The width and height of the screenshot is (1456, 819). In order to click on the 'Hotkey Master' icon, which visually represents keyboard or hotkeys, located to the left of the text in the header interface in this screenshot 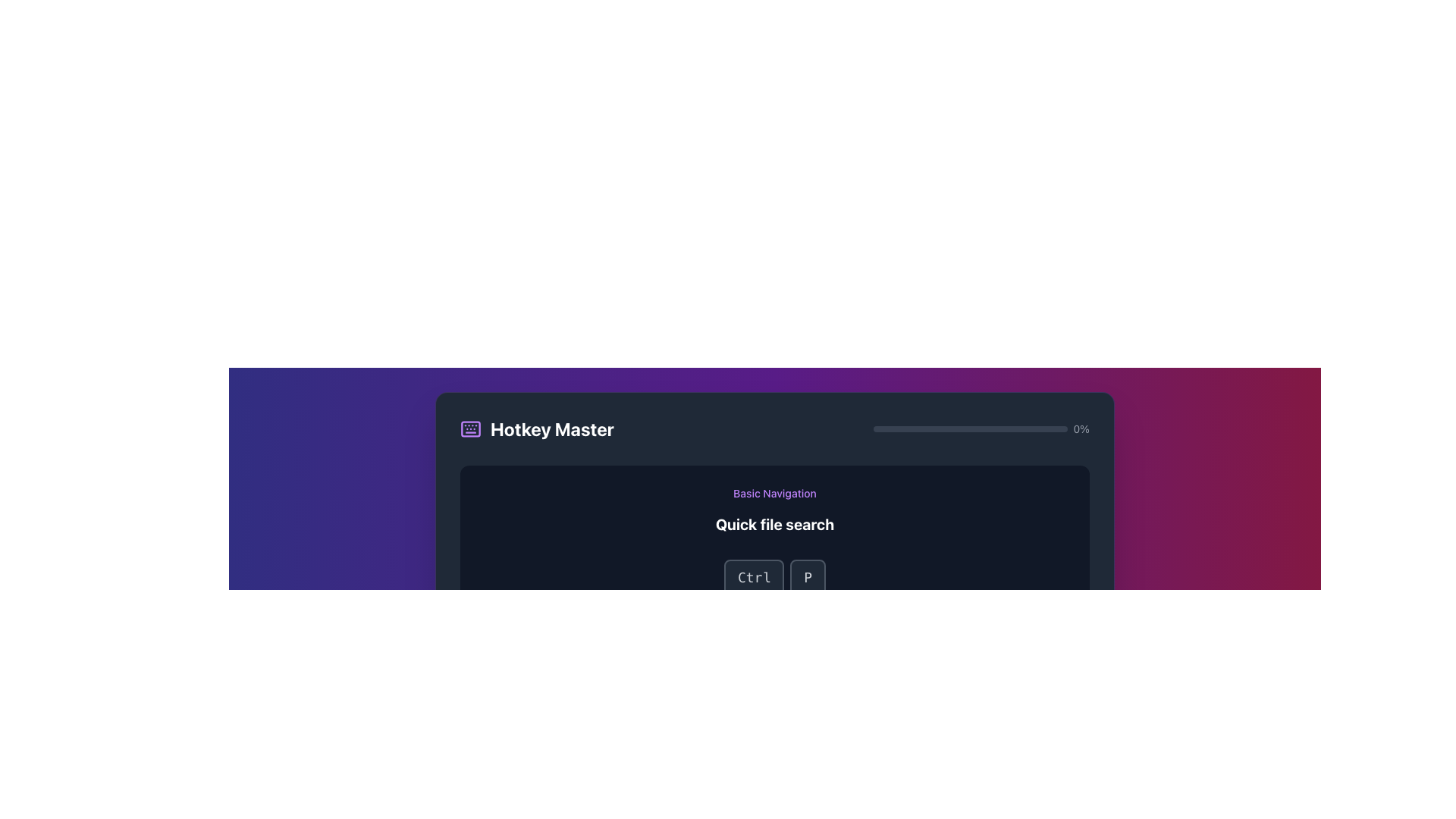, I will do `click(469, 429)`.